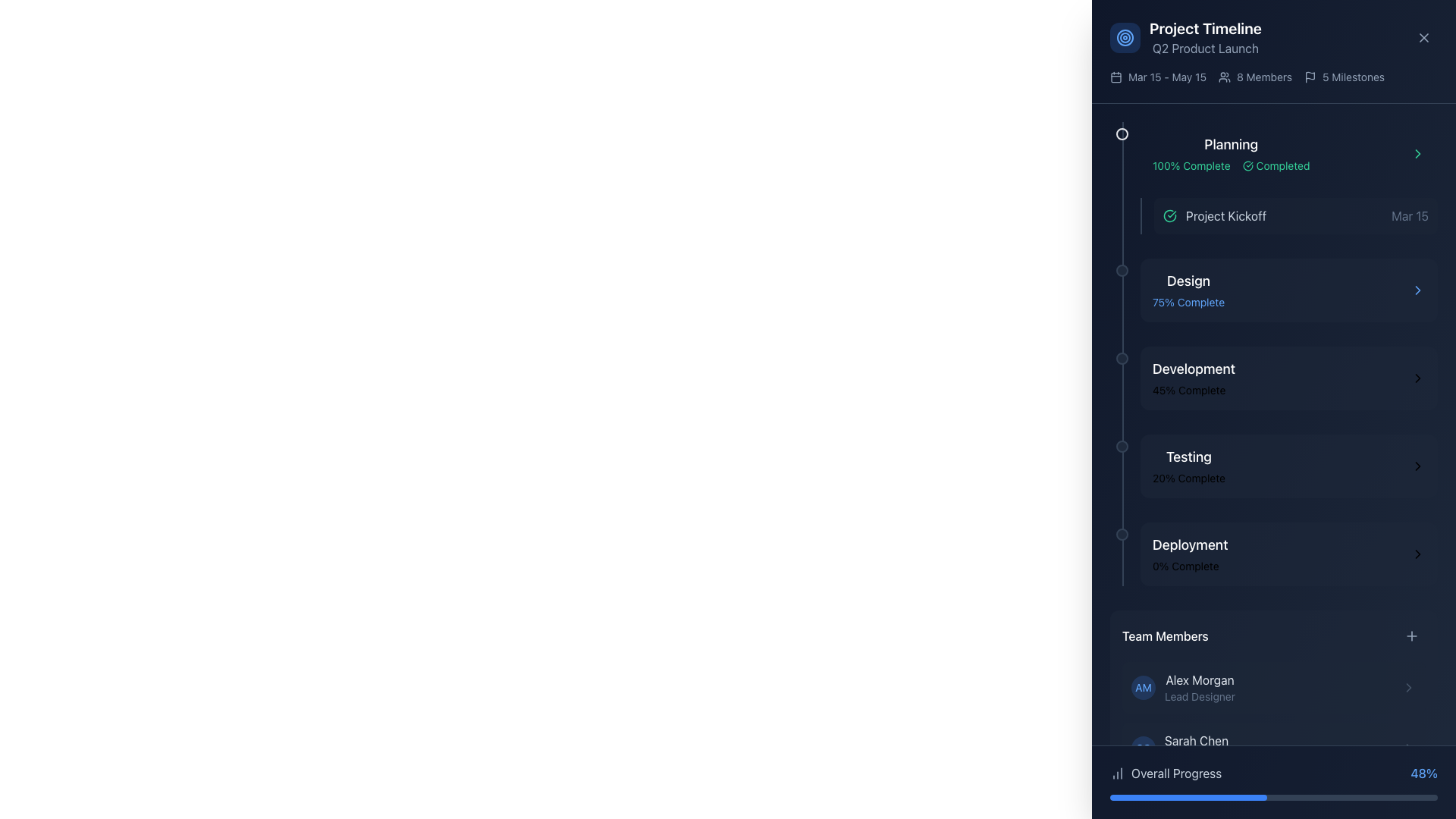 Image resolution: width=1456 pixels, height=819 pixels. What do you see at coordinates (1274, 377) in the screenshot?
I see `the progress indicator display card for the 'Development' phase, which is the third item in the vertically arranged timeline list` at bounding box center [1274, 377].